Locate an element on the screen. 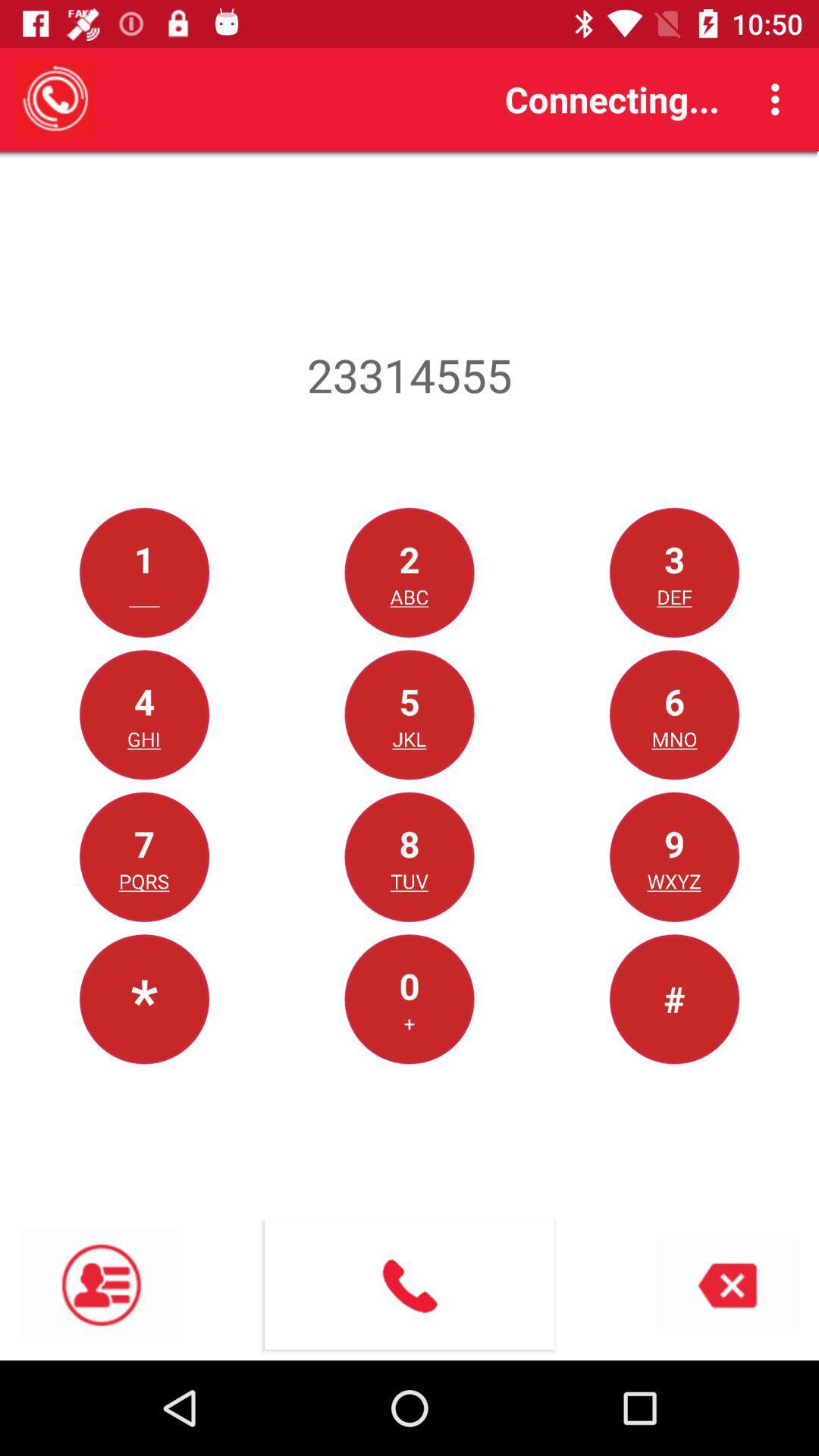 This screenshot has height=1456, width=819. the close icon is located at coordinates (726, 1284).